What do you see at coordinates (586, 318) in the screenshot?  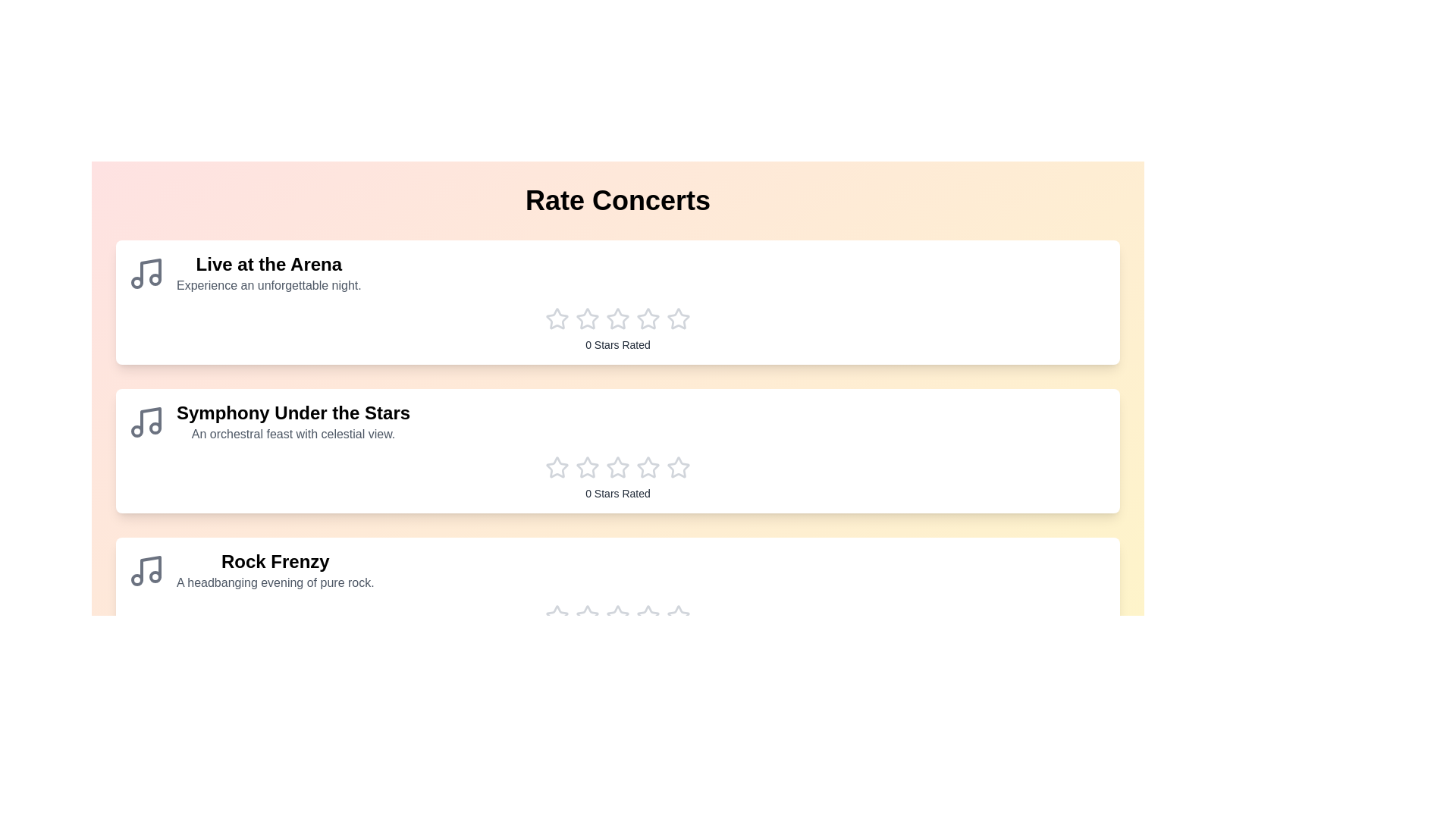 I see `the star corresponding to the rating 2 for the concert Live at the Arena` at bounding box center [586, 318].